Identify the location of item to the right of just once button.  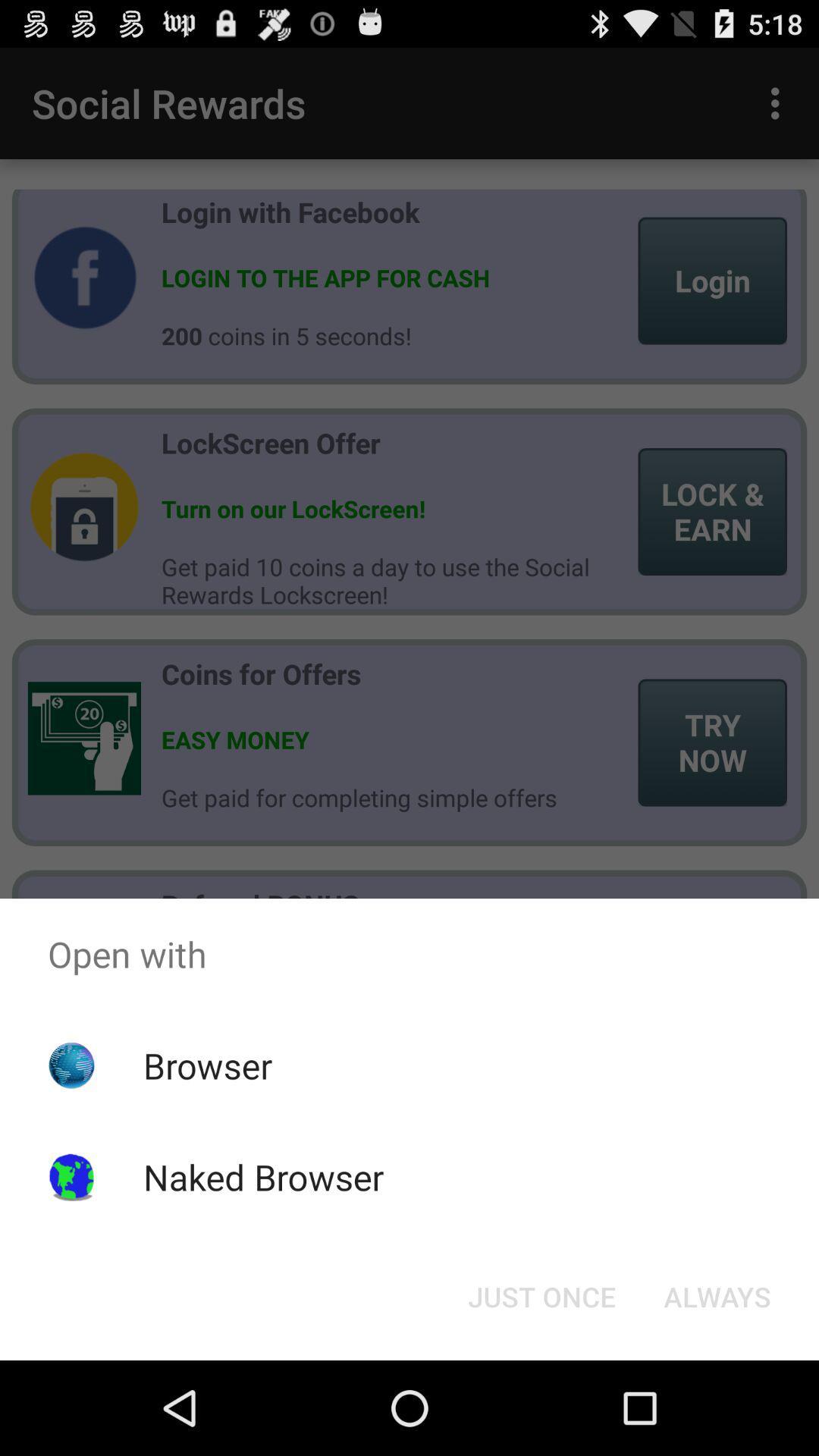
(717, 1295).